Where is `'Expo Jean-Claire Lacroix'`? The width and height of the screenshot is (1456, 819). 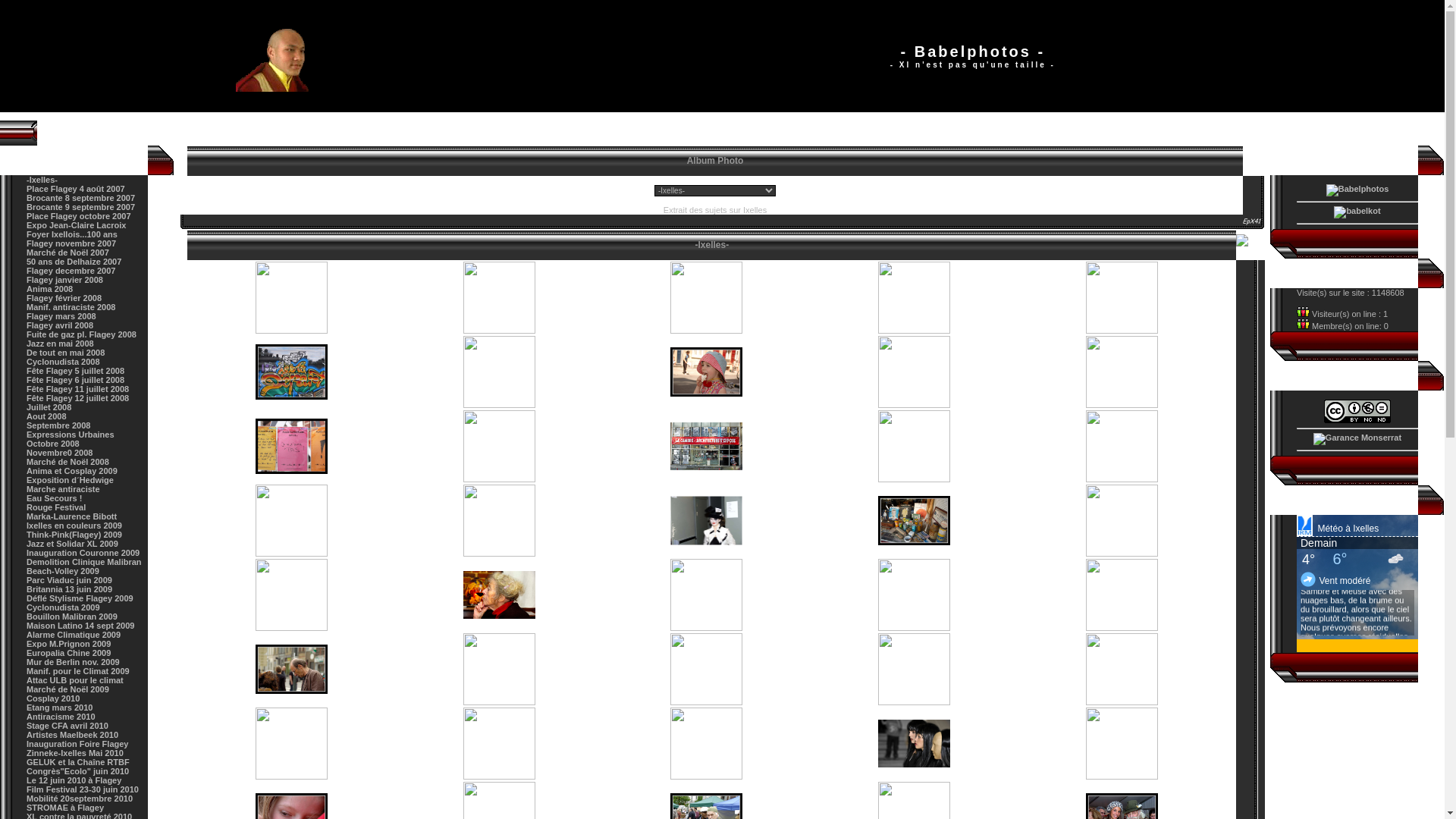 'Expo Jean-Claire Lacroix' is located at coordinates (75, 225).